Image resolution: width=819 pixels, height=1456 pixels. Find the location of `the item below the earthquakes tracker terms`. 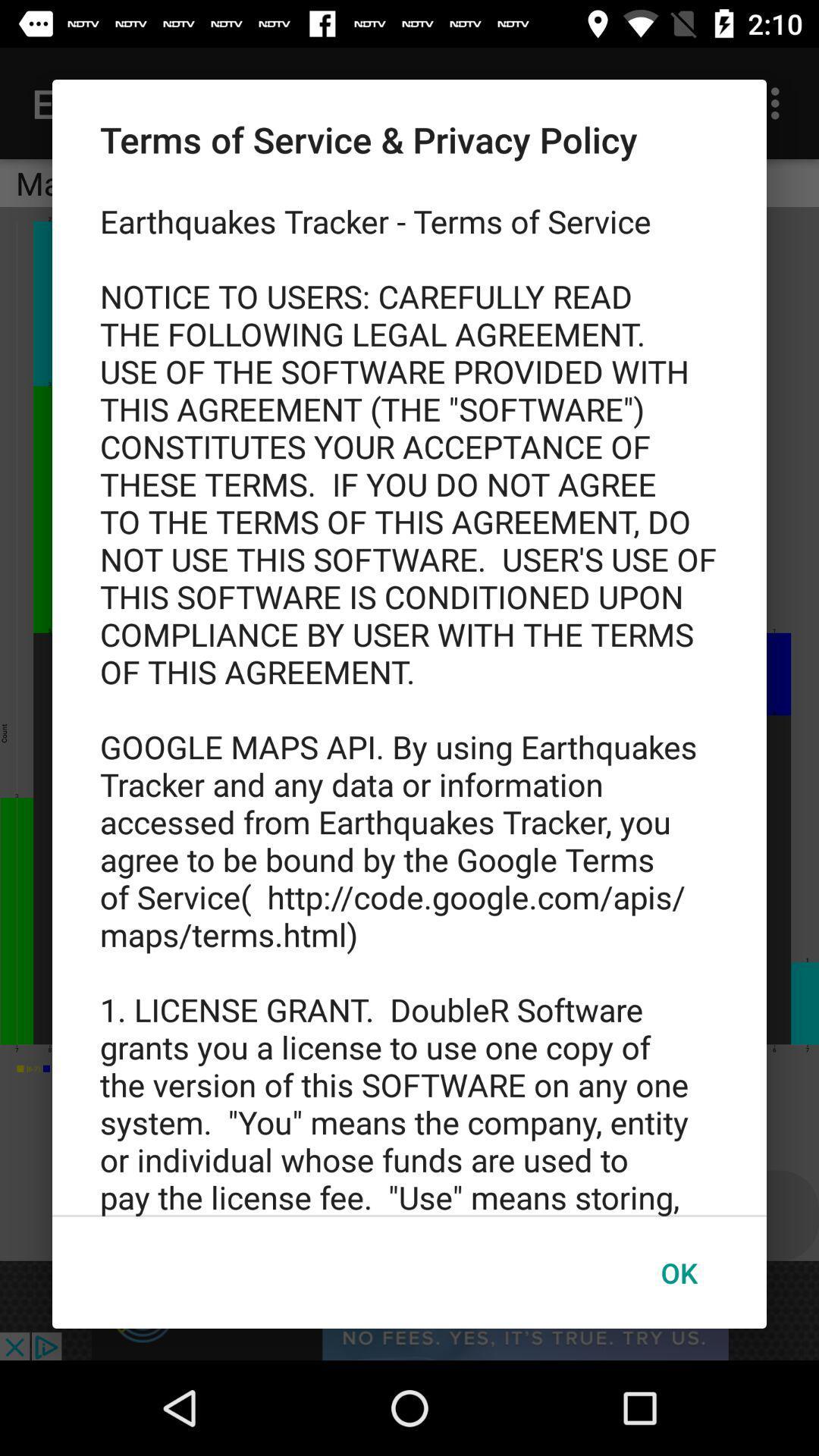

the item below the earthquakes tracker terms is located at coordinates (678, 1272).